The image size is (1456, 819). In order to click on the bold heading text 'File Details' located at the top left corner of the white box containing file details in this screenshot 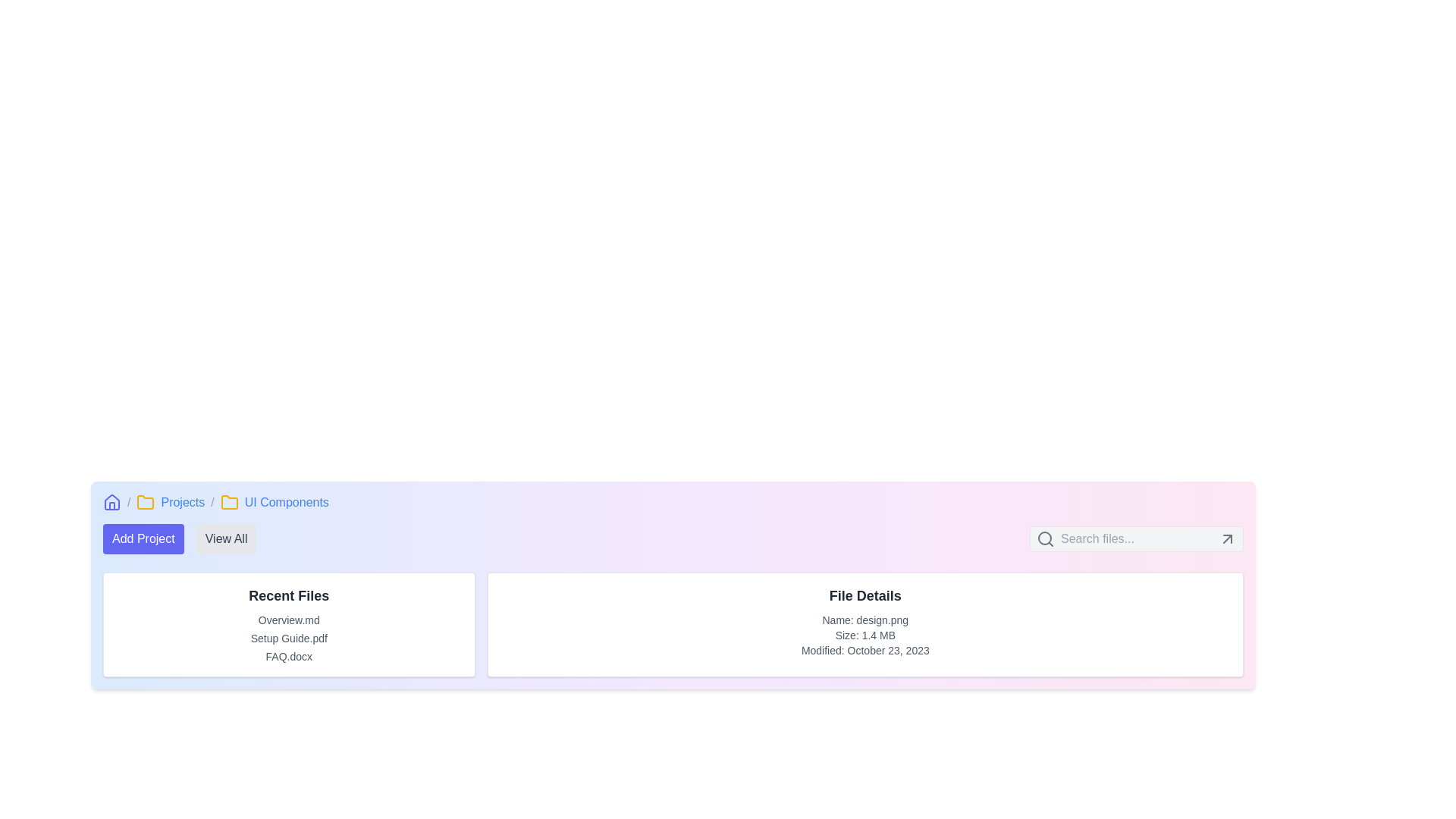, I will do `click(865, 595)`.